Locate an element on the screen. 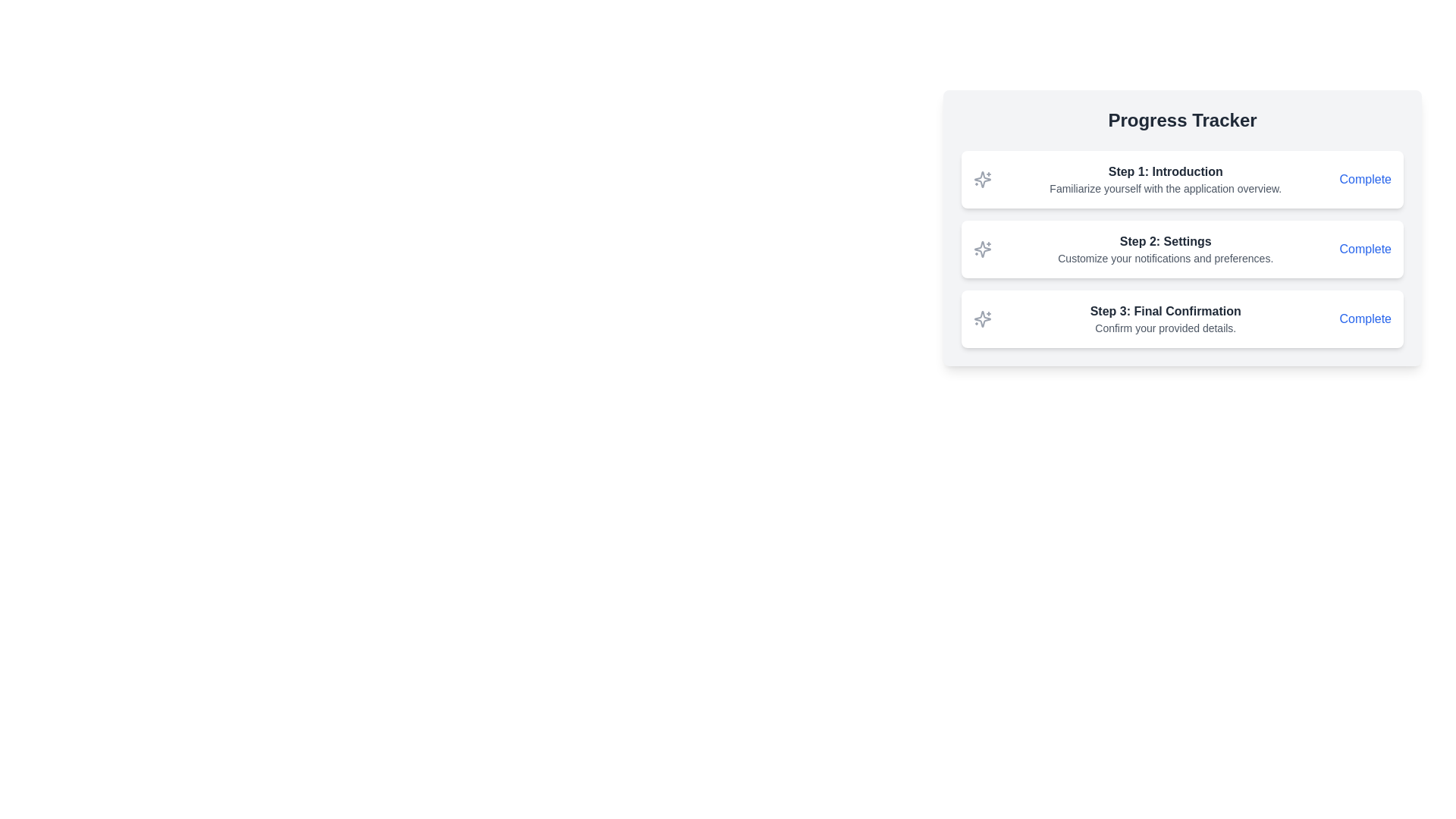 This screenshot has height=819, width=1456. the clickable text 'Complete' displayed in blue with an underline that appears on hover, located to the far right of the progress tracker card following the description text 'Customize your notifications and preferences.' is located at coordinates (1365, 248).